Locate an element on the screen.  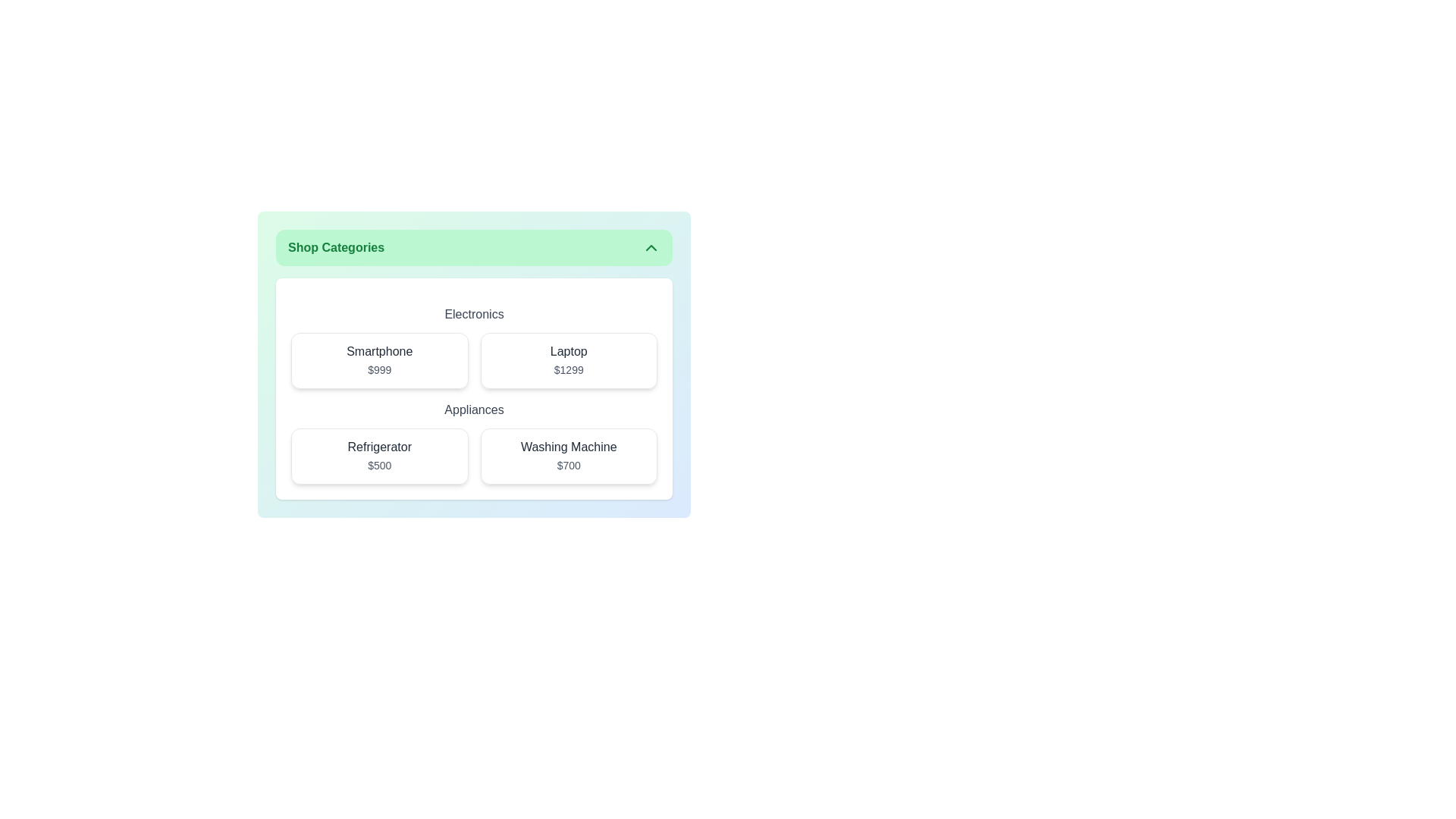
the 'Washing Machine' text label, which is part of a card-style UI component in the Appliances section is located at coordinates (568, 447).